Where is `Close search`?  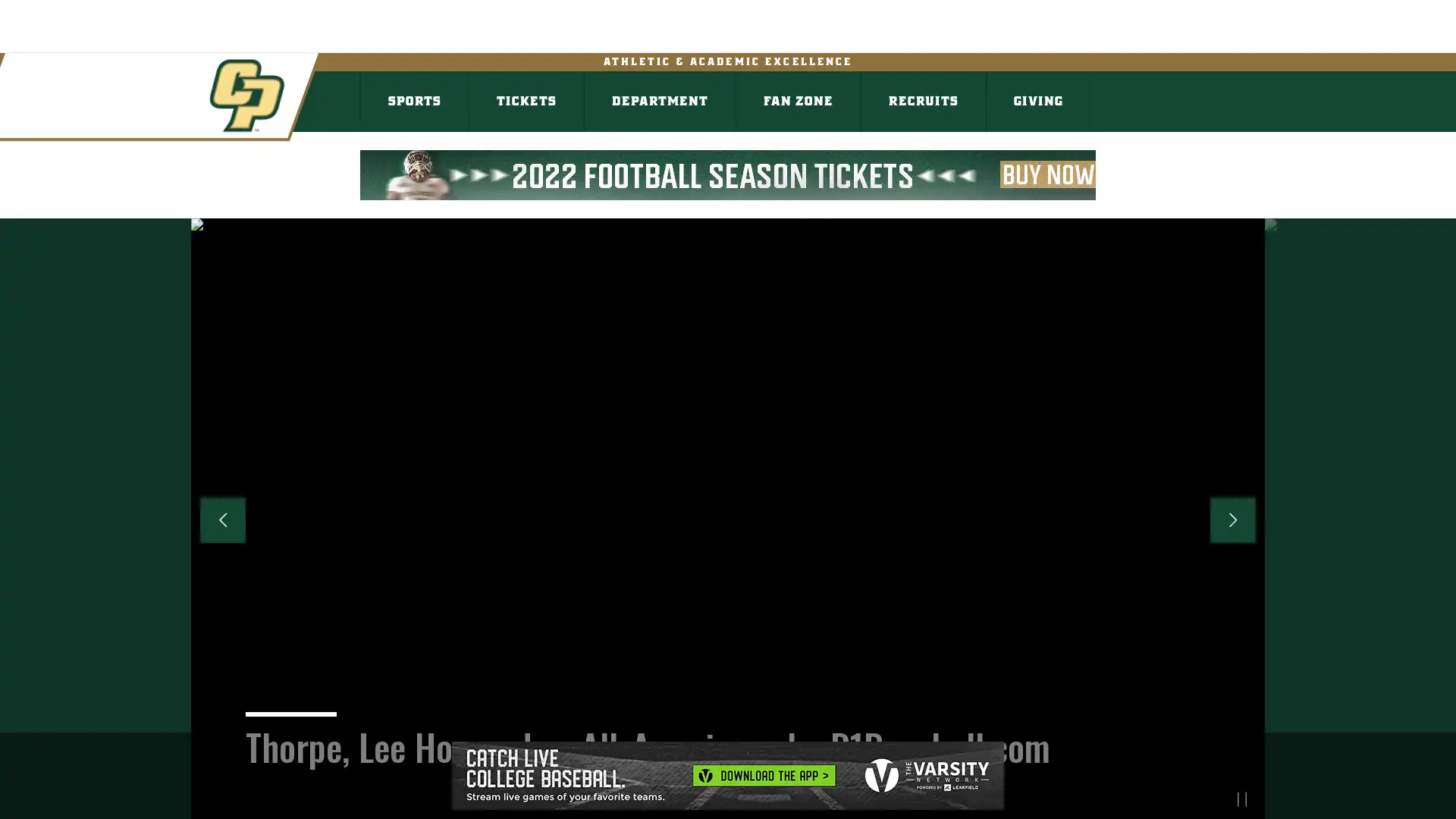 Close search is located at coordinates (1419, 35).